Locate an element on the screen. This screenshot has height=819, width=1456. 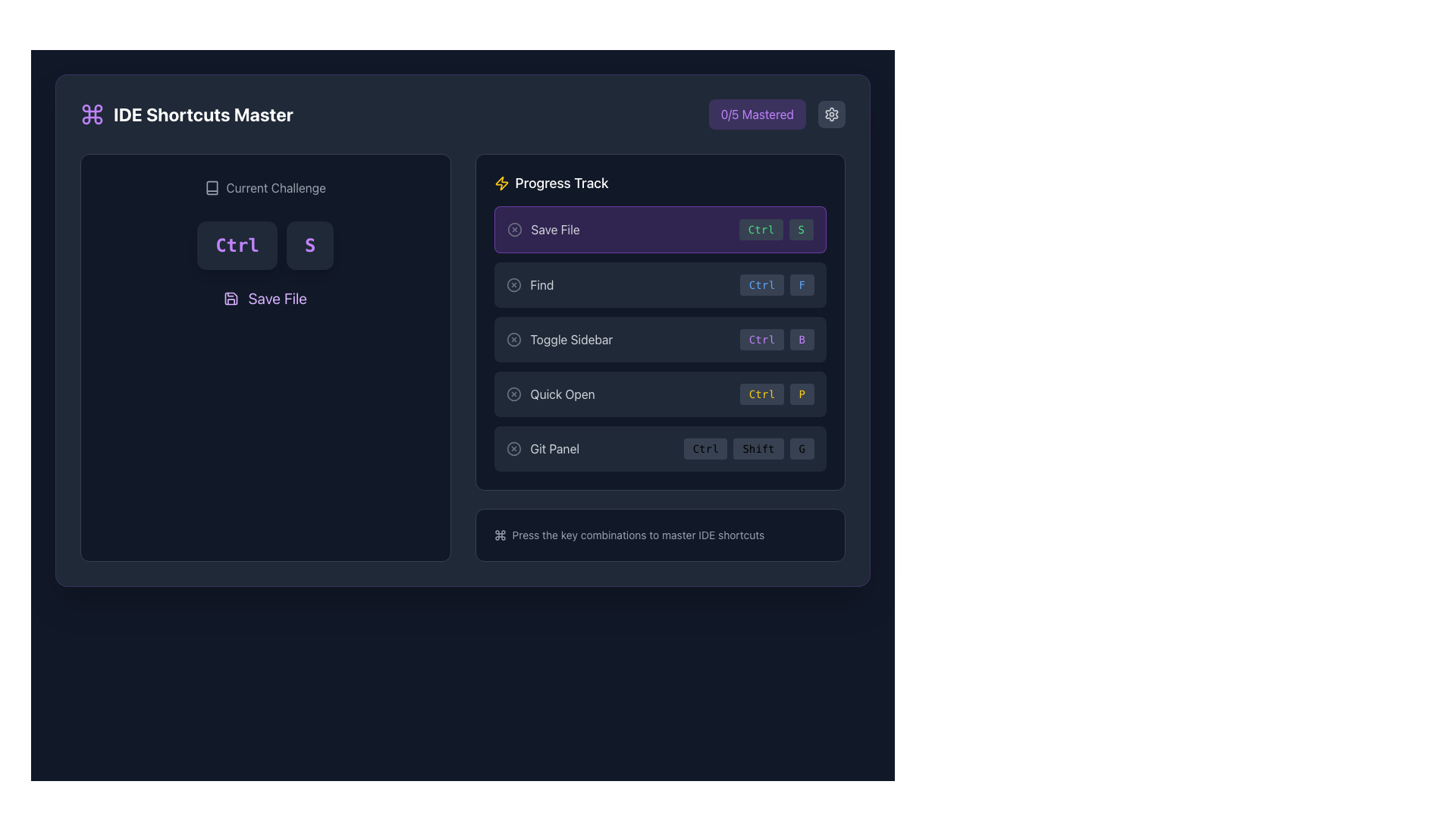
the 'Quick Open' static text label displayed in light gray color within the 'Progress Track' section, which is the fourth element in the stack of interactive components is located at coordinates (562, 394).